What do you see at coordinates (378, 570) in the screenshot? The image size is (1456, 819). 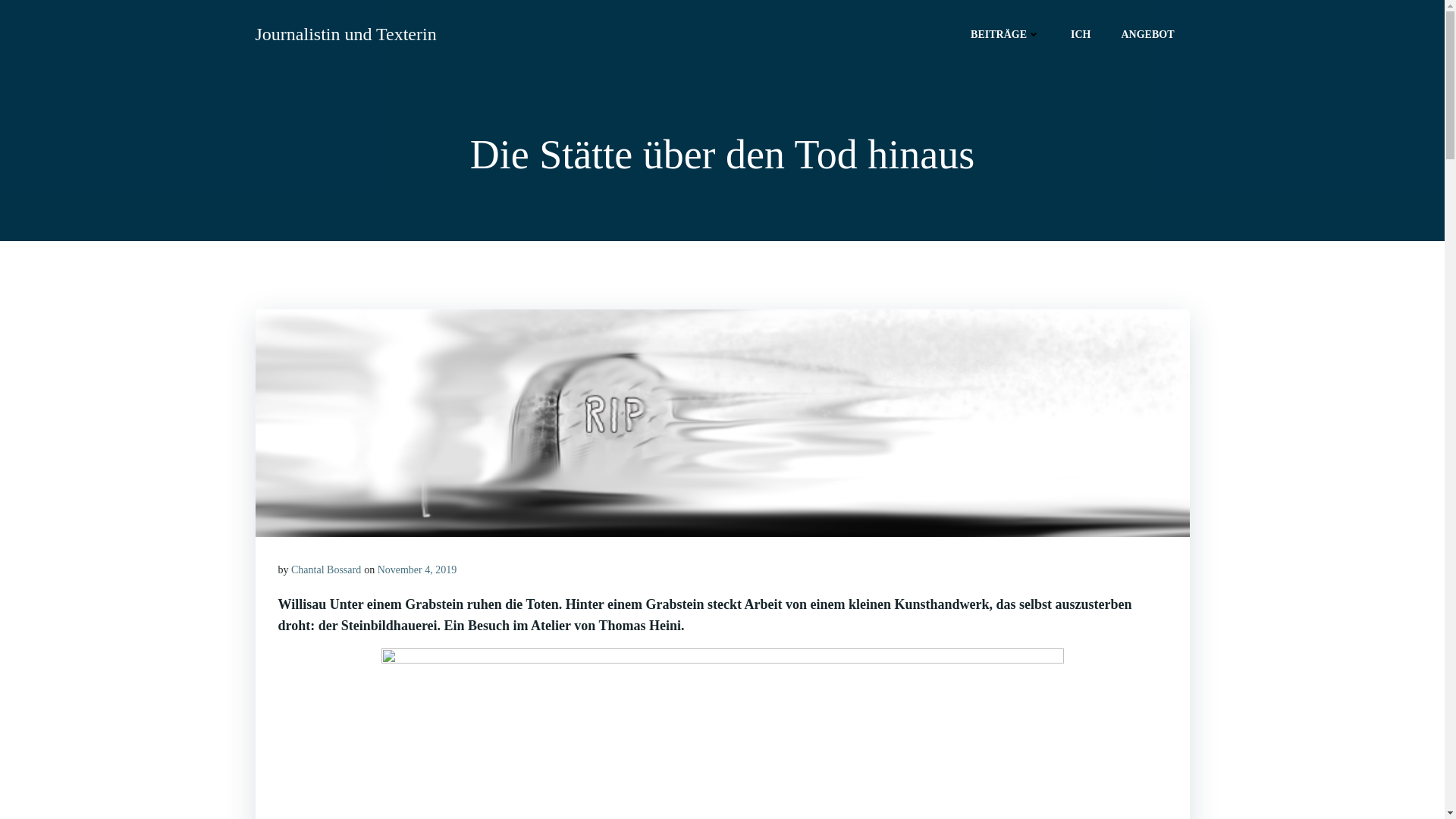 I see `'November 4, 2019'` at bounding box center [378, 570].